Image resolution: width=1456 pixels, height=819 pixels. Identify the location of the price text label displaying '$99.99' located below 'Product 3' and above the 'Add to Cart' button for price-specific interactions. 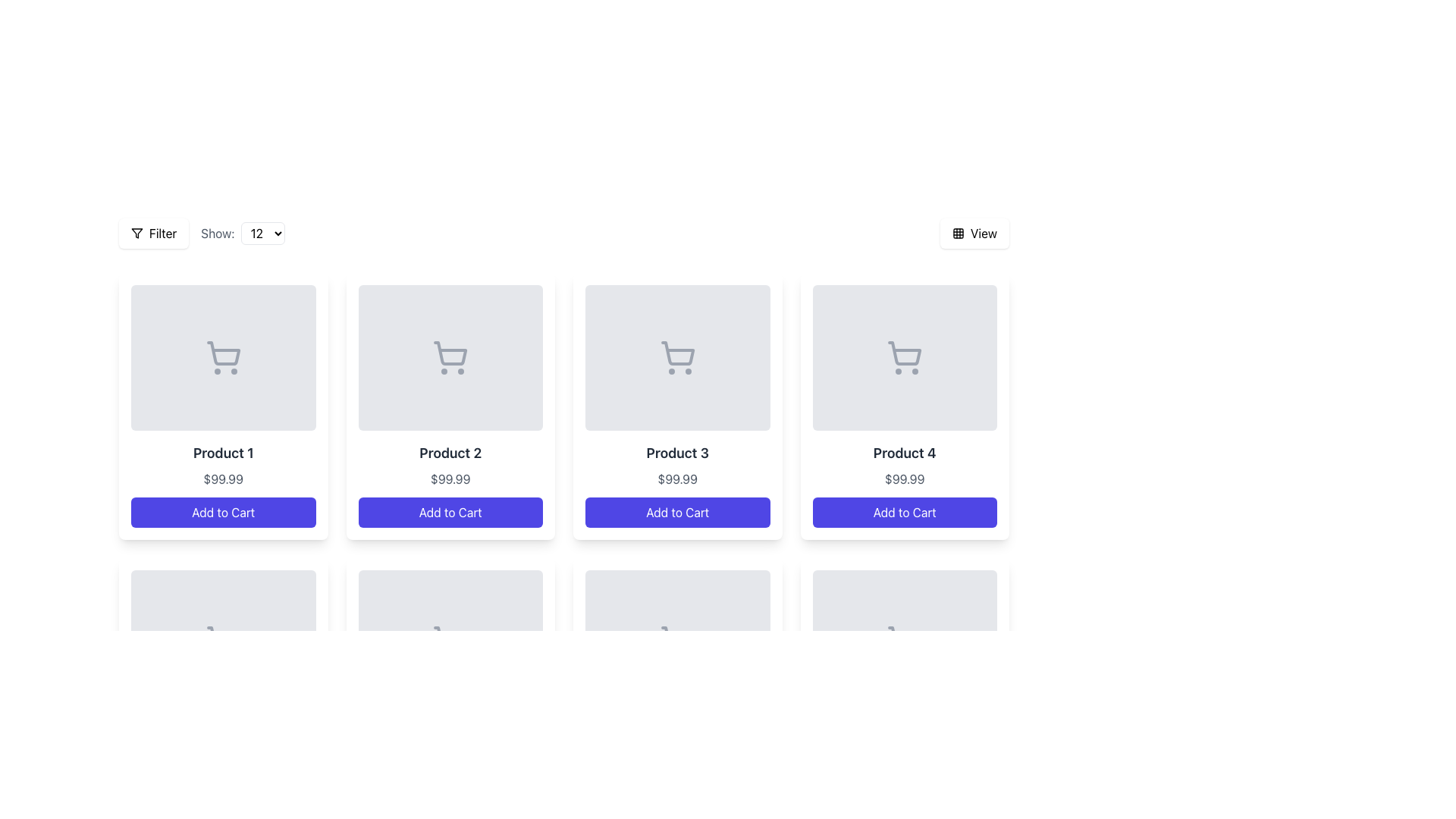
(676, 479).